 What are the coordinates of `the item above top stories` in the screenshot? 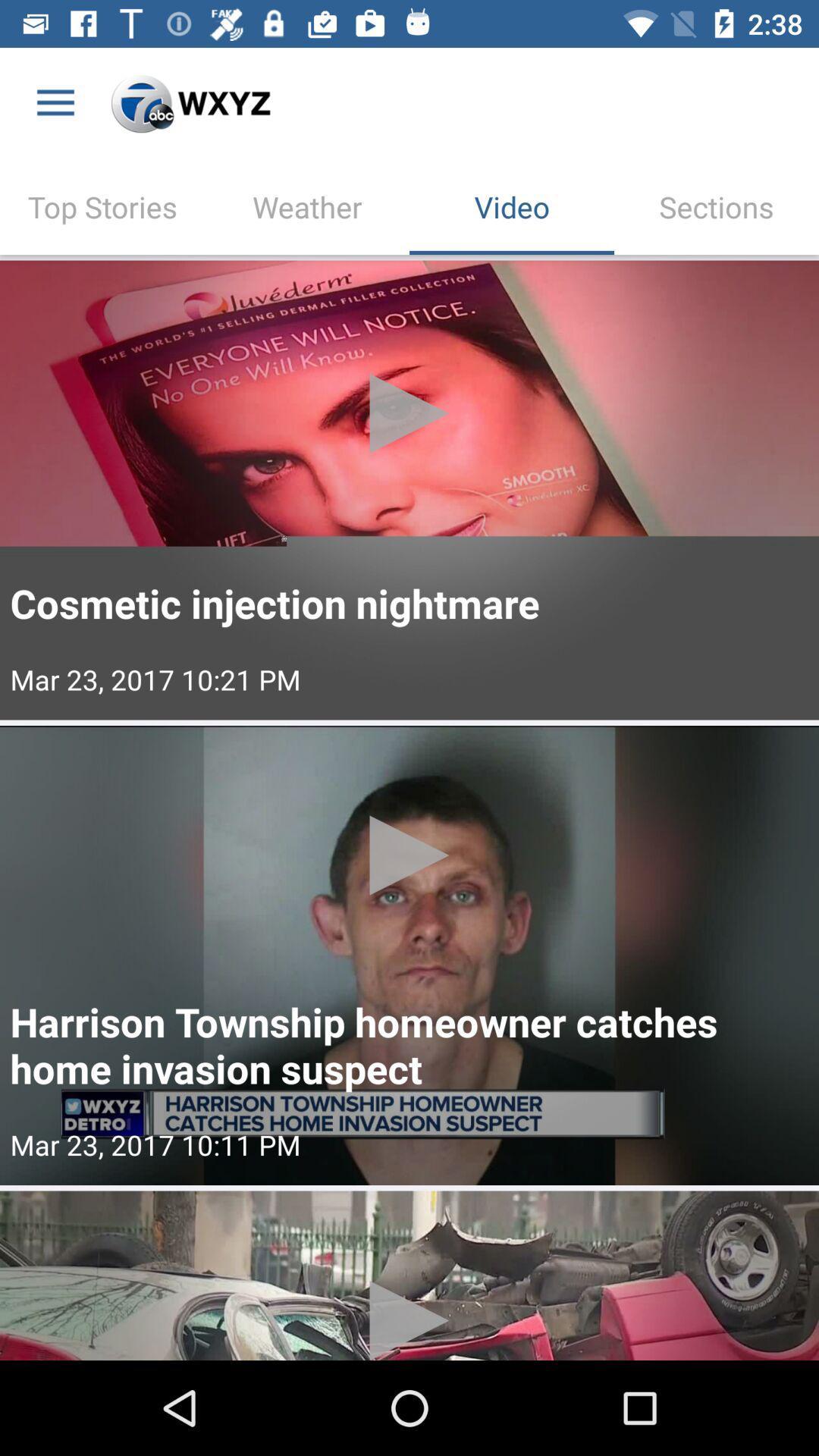 It's located at (55, 102).